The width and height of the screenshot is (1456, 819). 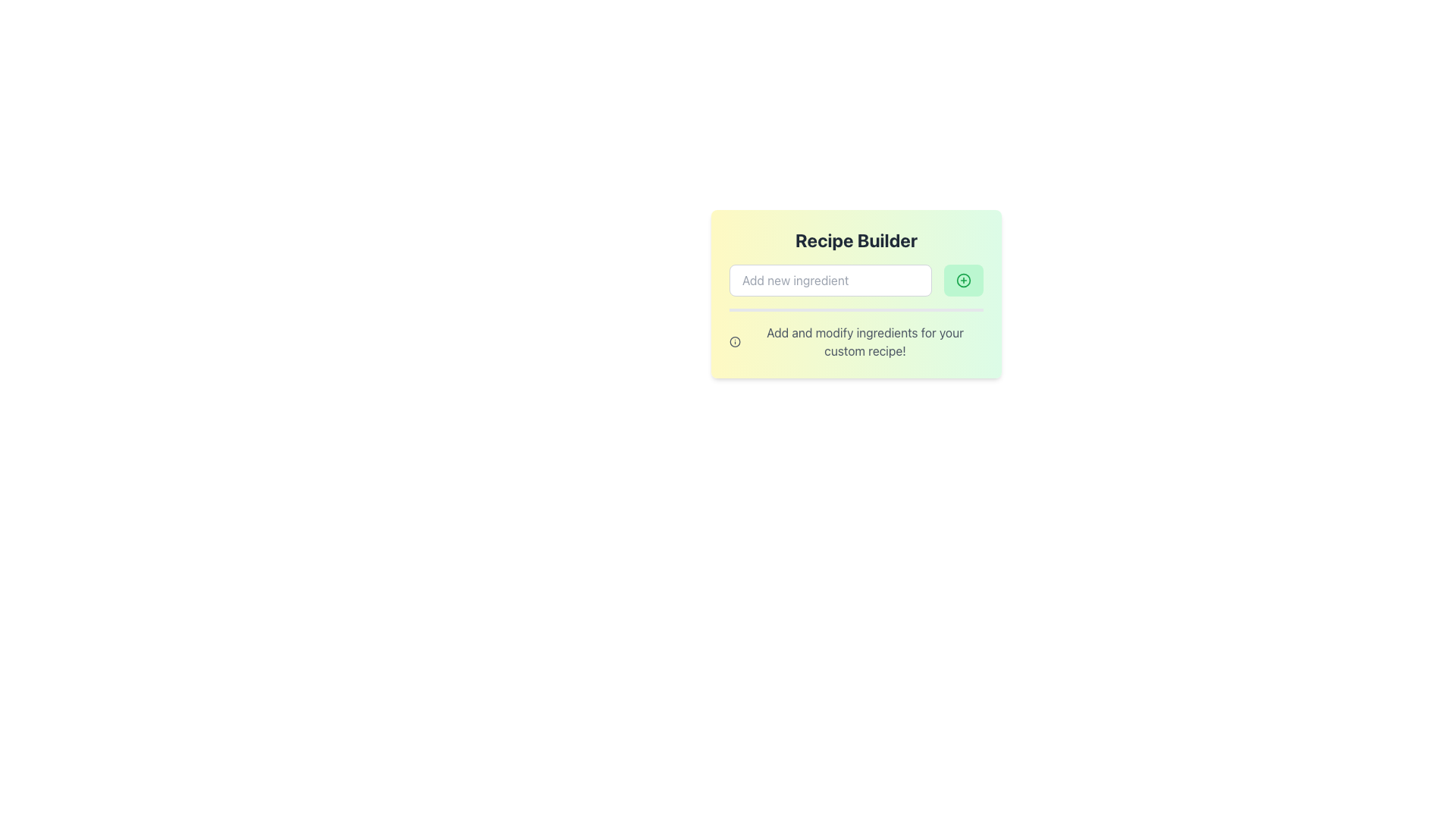 I want to click on the circular plus icon within the green-bordered square button in the Recipe Builder, so click(x=963, y=281).